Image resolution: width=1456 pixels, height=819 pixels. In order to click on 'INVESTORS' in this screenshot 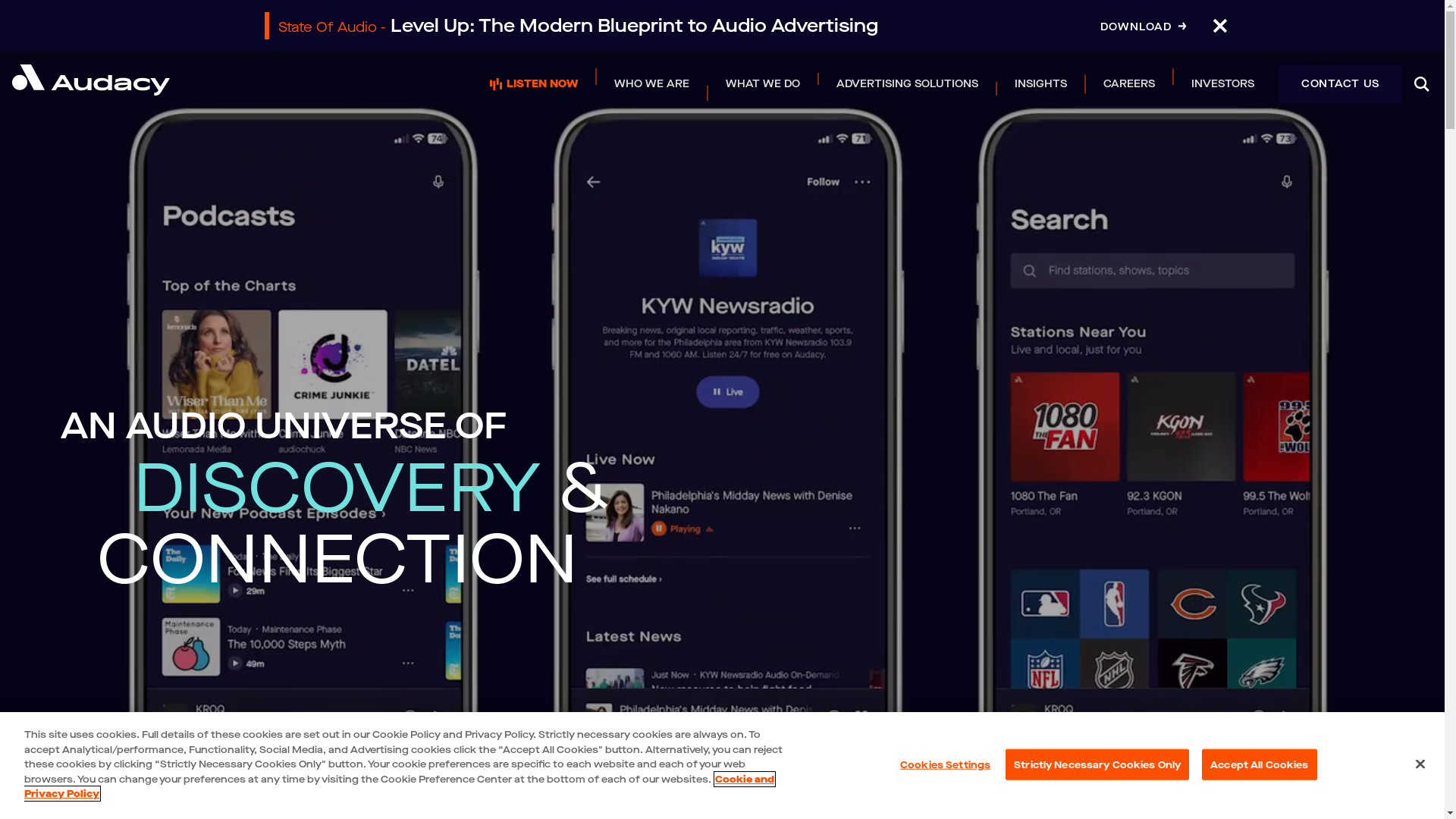, I will do `click(1222, 83)`.